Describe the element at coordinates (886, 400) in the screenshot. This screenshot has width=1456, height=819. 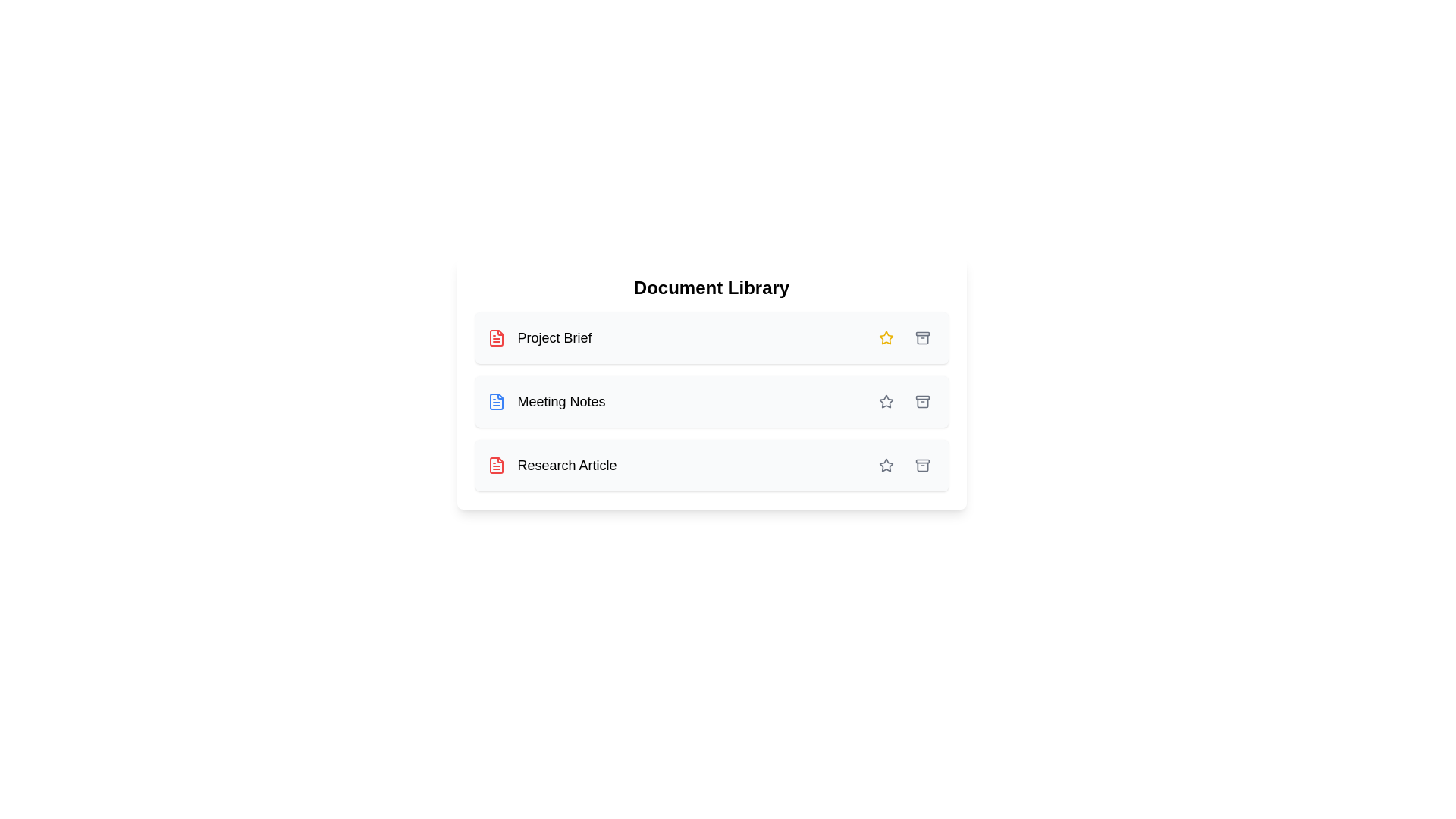
I see `the star icon corresponding to the document named Meeting Notes to toggle its favorite status` at that location.